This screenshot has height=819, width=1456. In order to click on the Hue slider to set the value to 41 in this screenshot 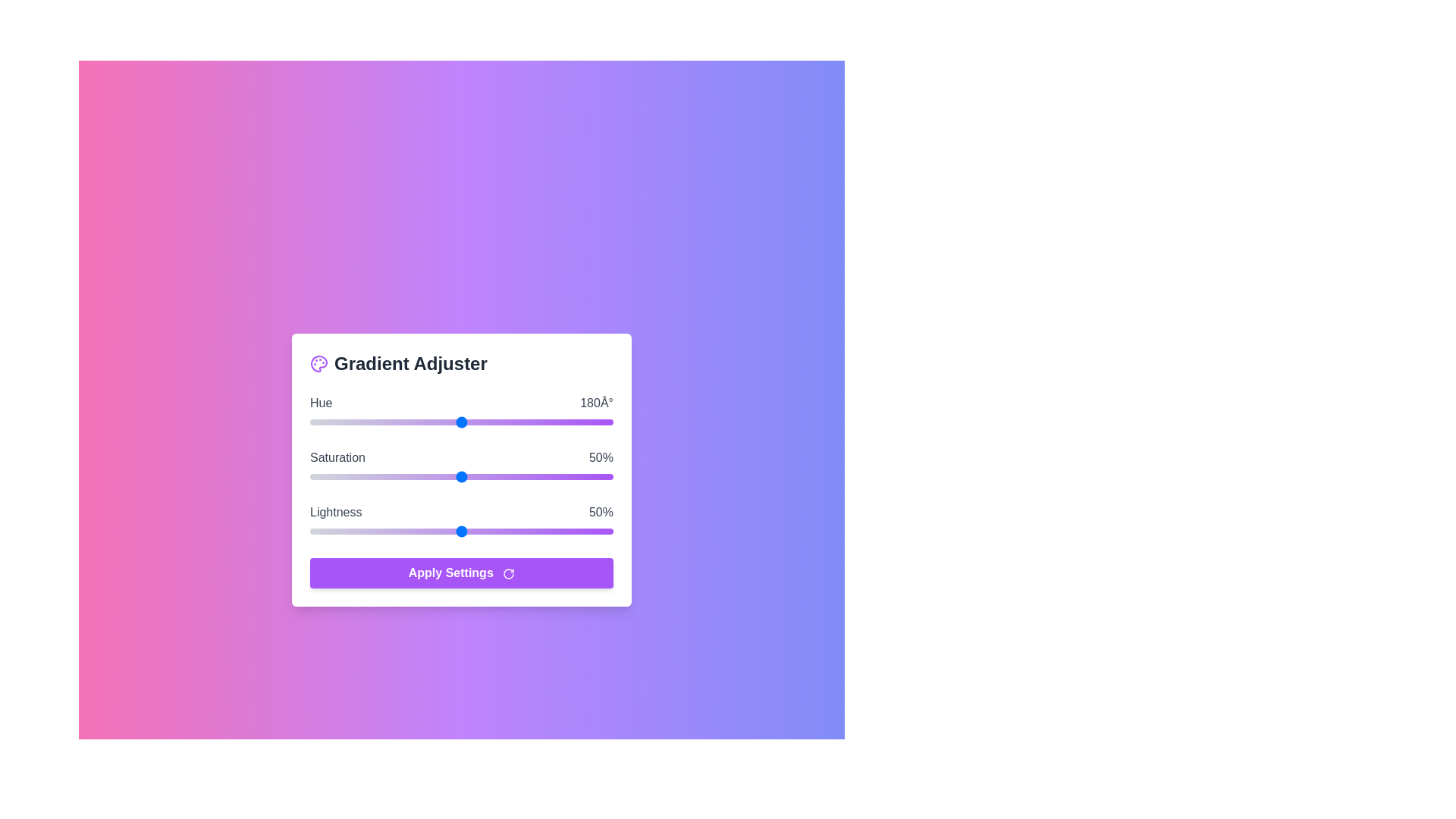, I will do `click(344, 422)`.